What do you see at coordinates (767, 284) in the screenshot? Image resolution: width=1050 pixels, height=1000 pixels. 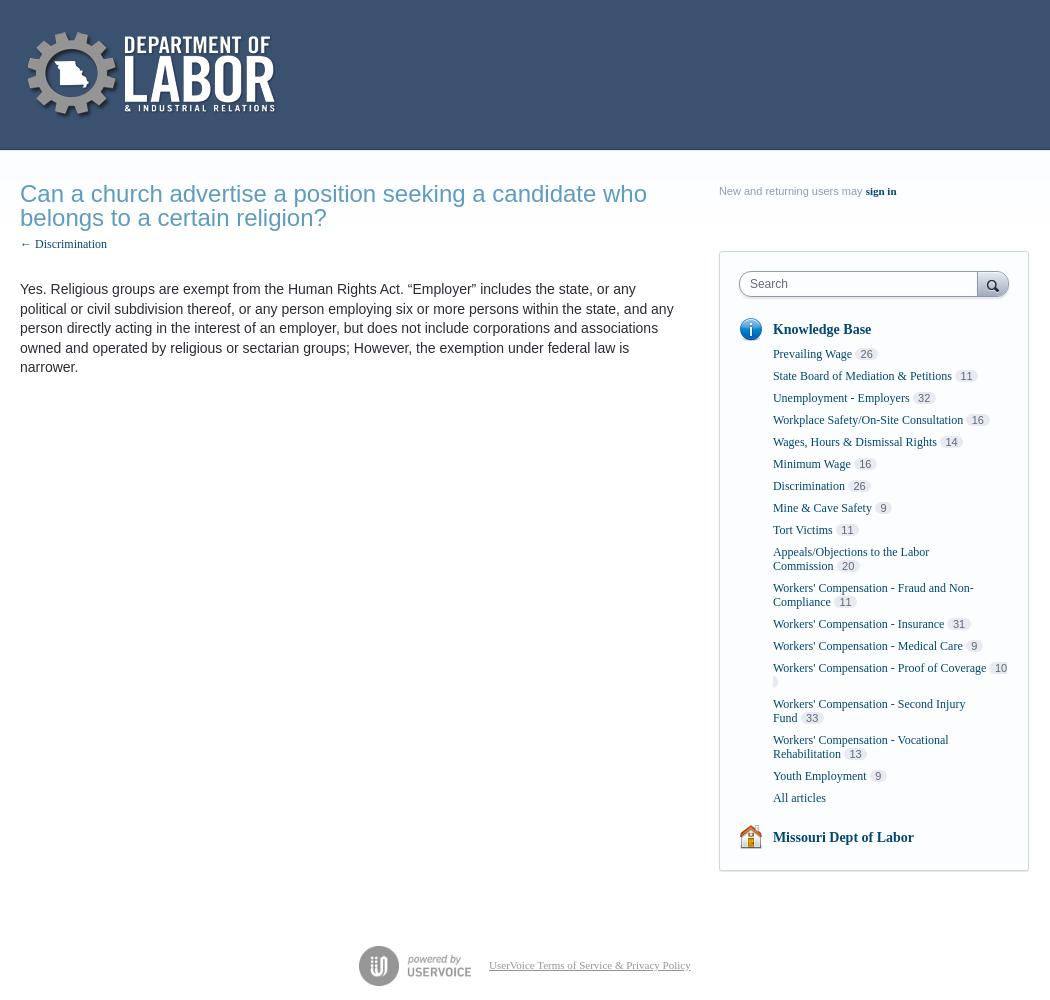 I see `'Search'` at bounding box center [767, 284].